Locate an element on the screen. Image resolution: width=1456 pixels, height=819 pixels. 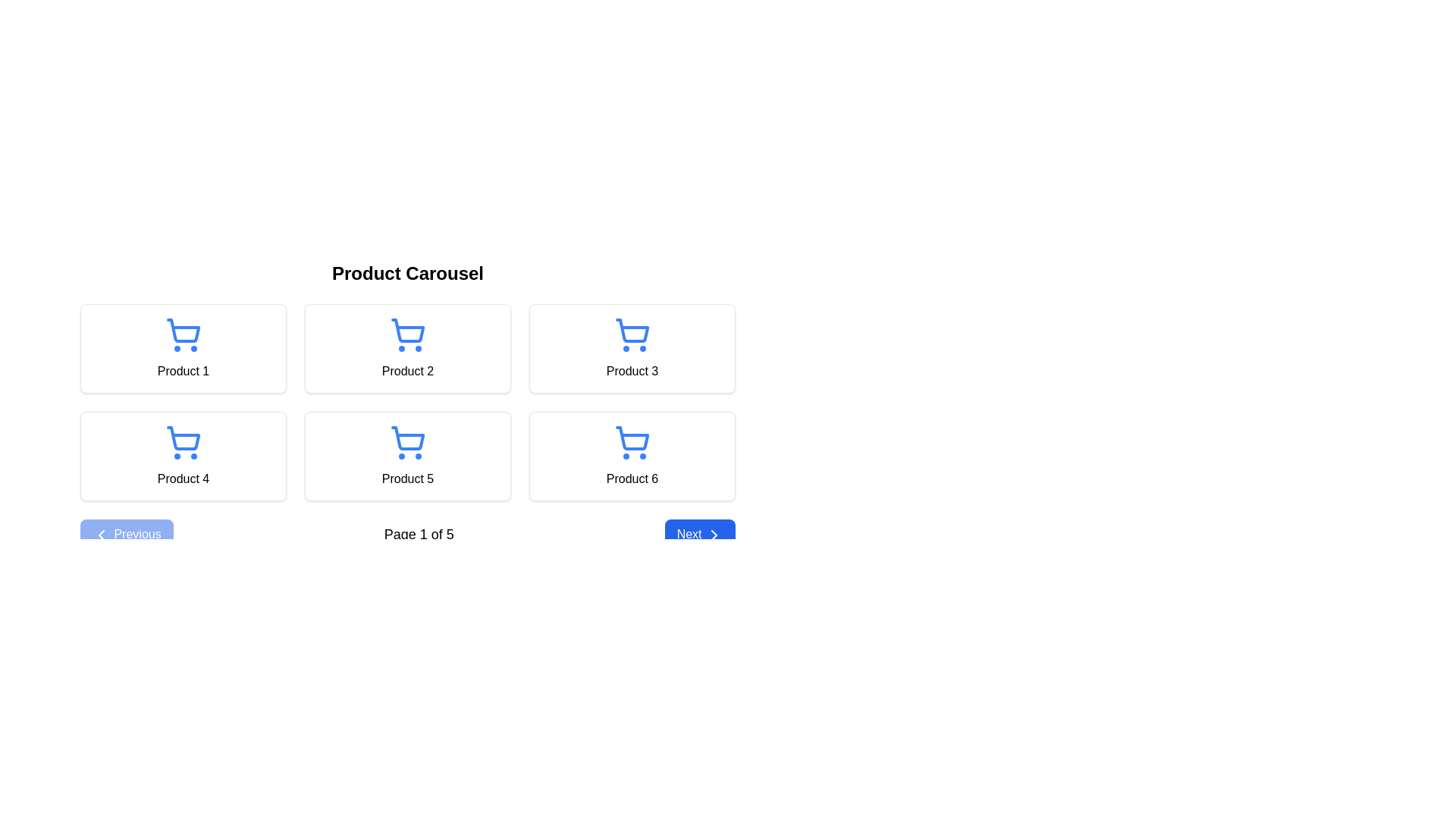
the blue cart icon located within the card labeled 'Product 6' at the bottom-right corner of the 2x3 grid layout is located at coordinates (632, 442).